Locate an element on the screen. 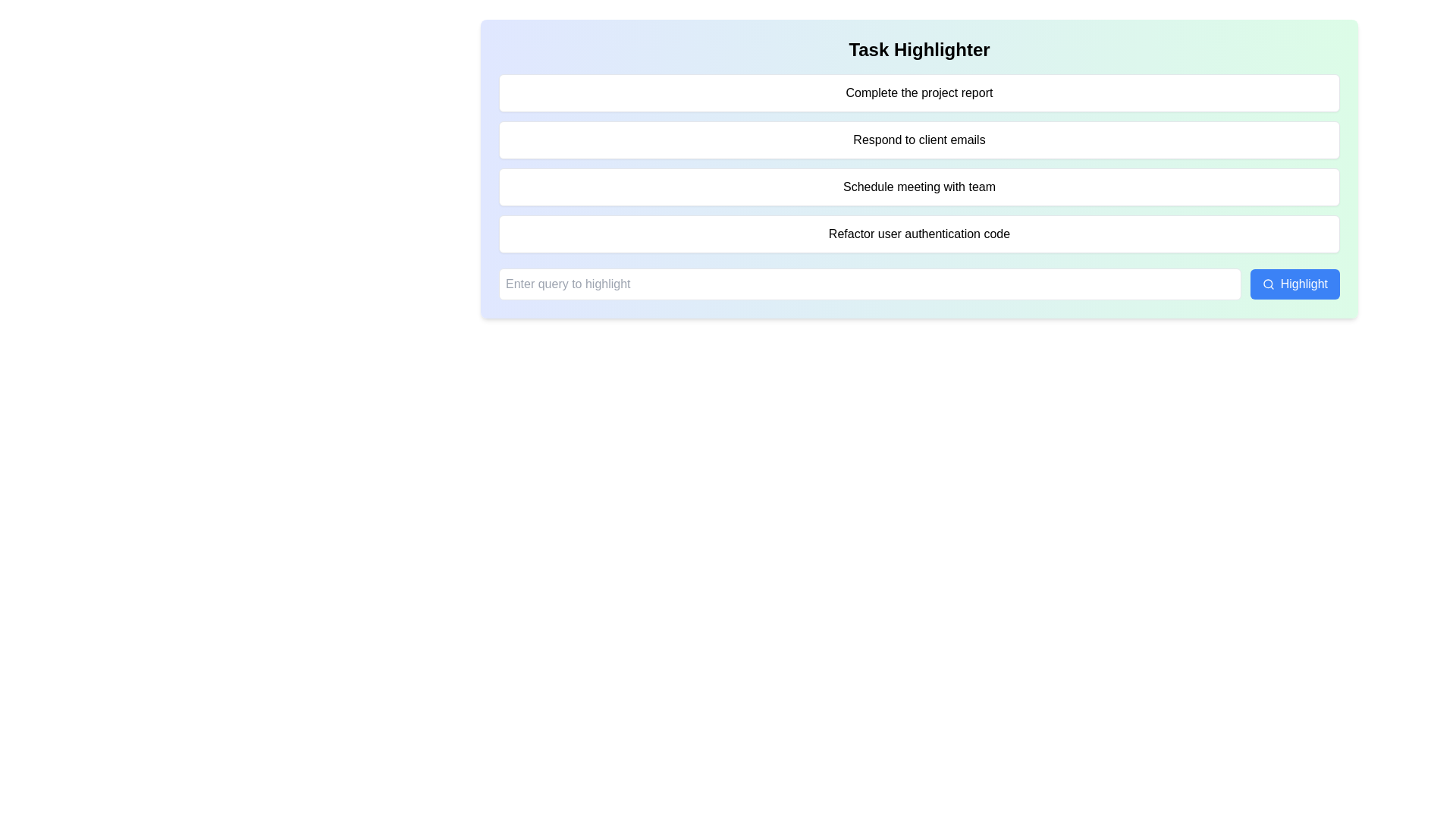 Image resolution: width=1456 pixels, height=819 pixels. the search icon adjacent to the 'Highlight' button at the bottom right of the task card is located at coordinates (1268, 284).